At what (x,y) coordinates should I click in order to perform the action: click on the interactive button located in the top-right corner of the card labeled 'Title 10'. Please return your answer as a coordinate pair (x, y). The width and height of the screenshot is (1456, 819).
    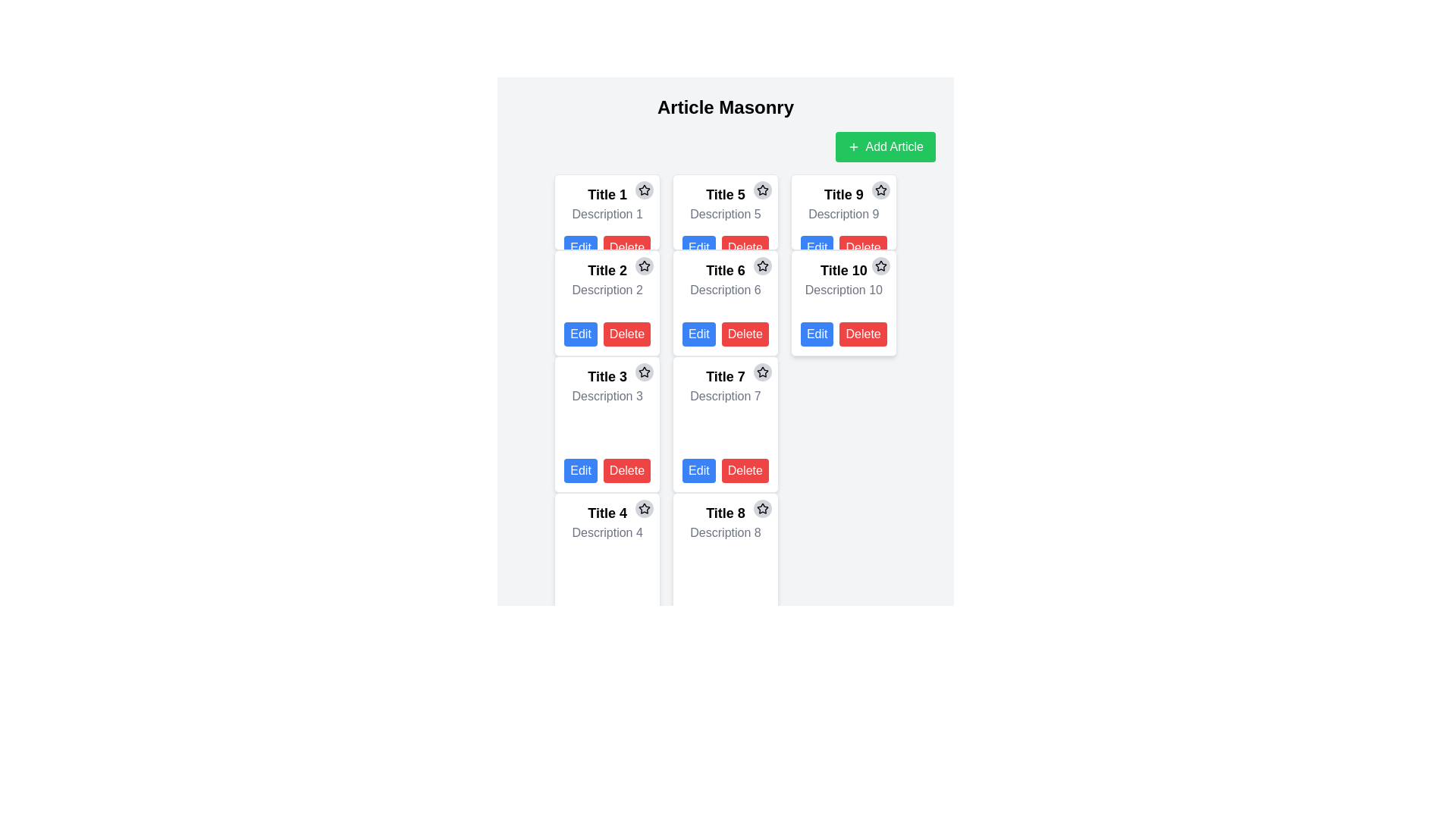
    Looking at the image, I should click on (880, 265).